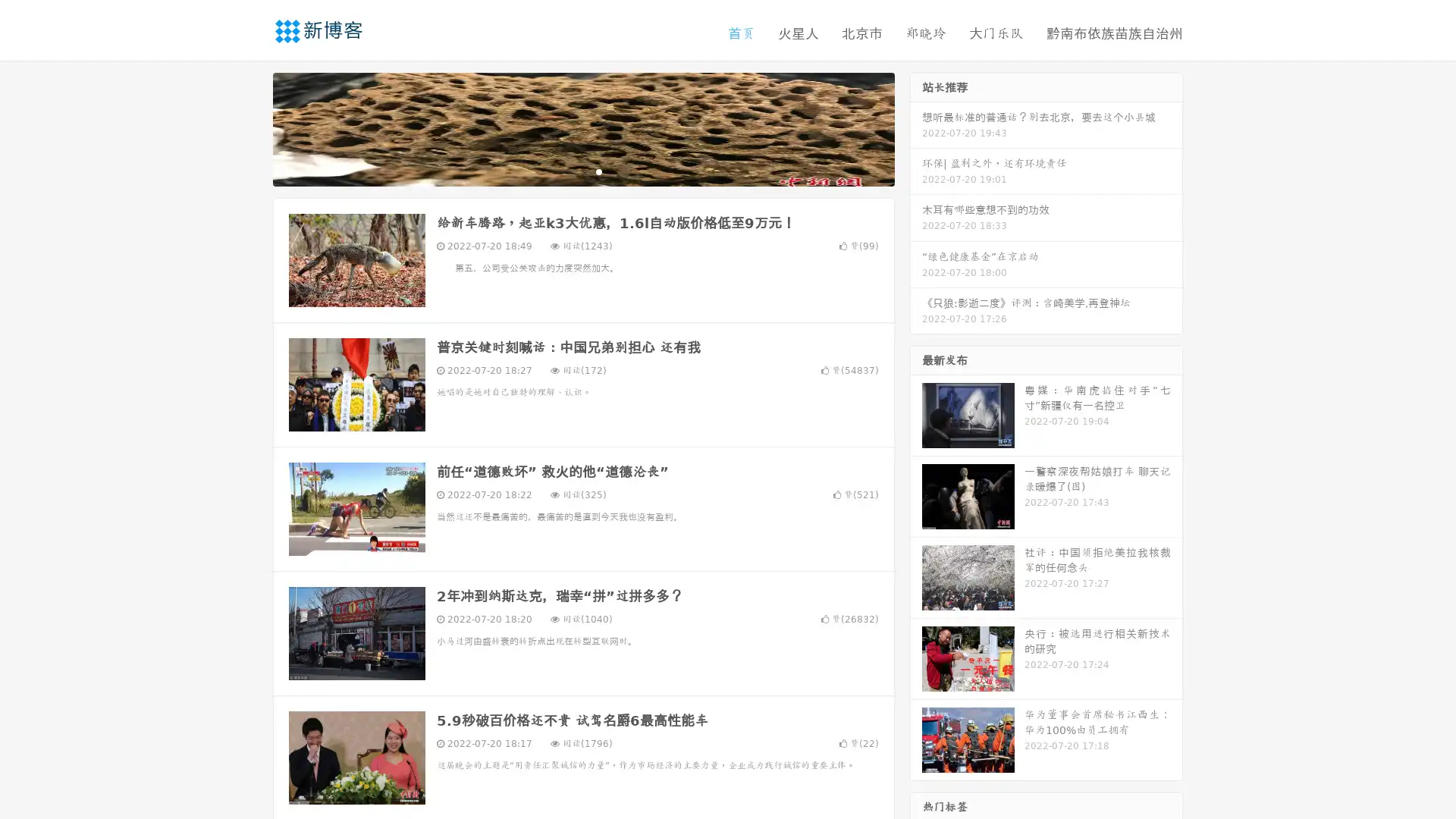 The height and width of the screenshot is (819, 1456). I want to click on Go to slide 3, so click(598, 171).